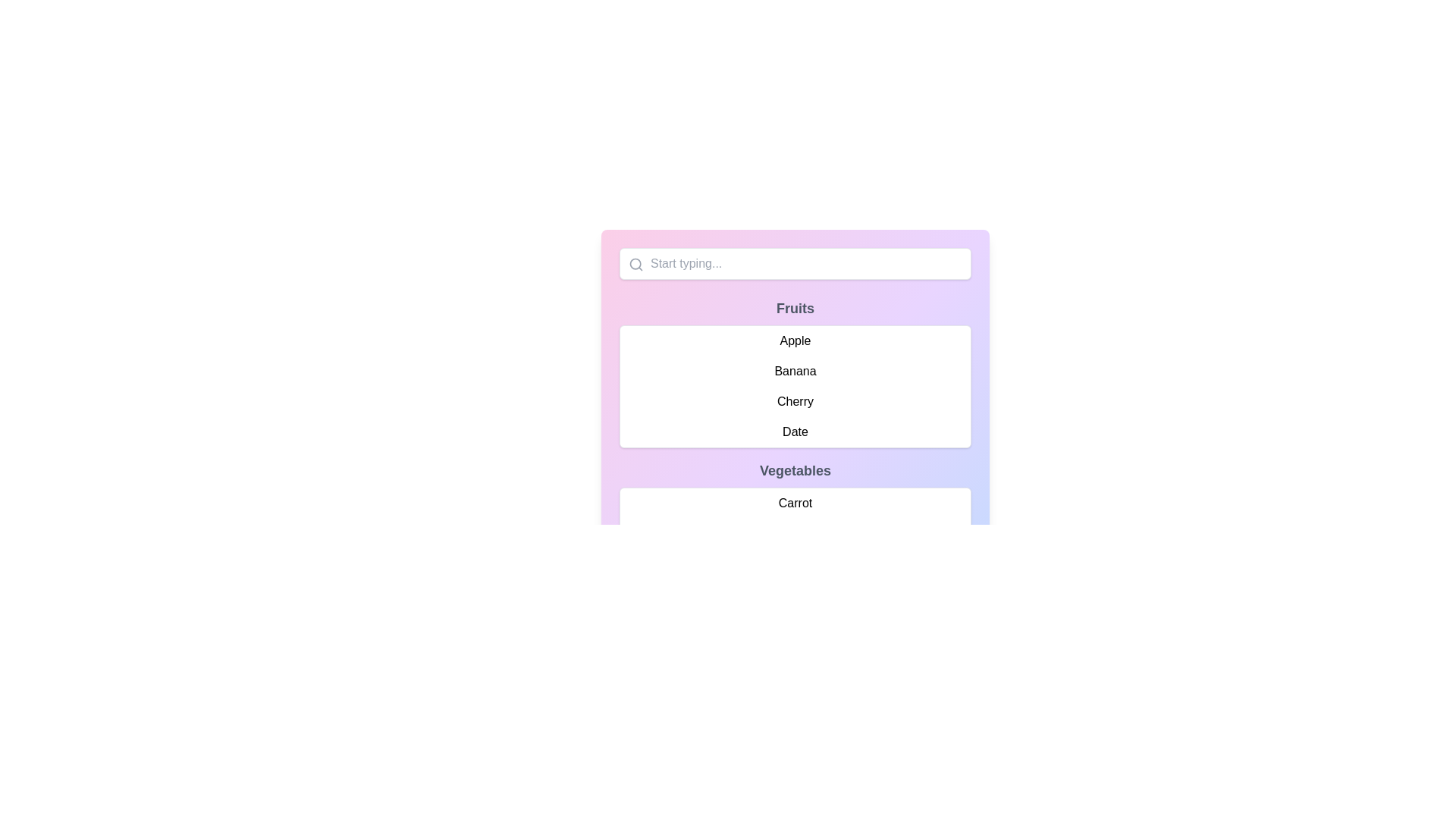 This screenshot has height=819, width=1456. What do you see at coordinates (636, 263) in the screenshot?
I see `the magnifying glass icon located on the left side of the input field labeled 'Start typing...'` at bounding box center [636, 263].